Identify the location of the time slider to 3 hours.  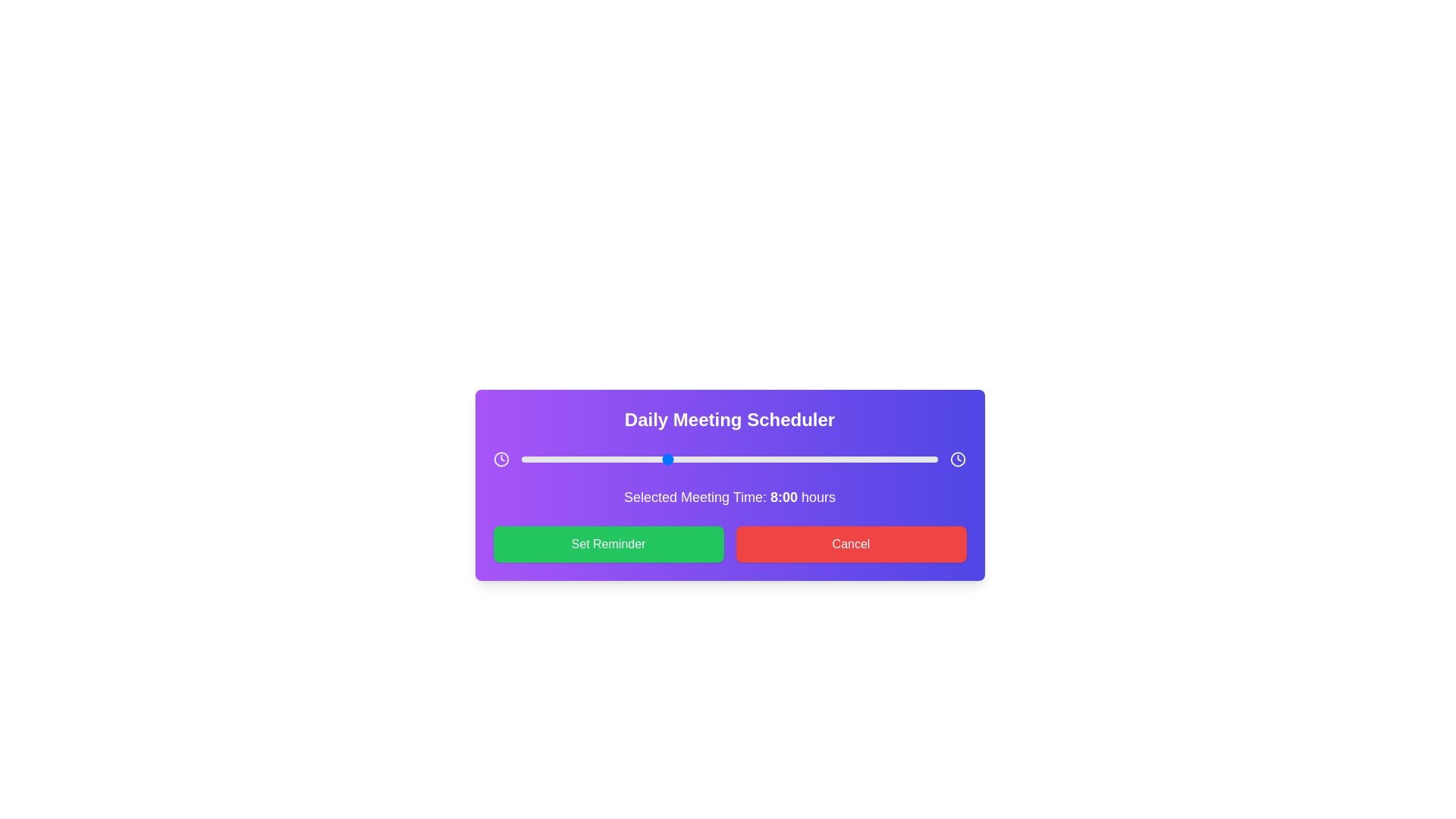
(575, 458).